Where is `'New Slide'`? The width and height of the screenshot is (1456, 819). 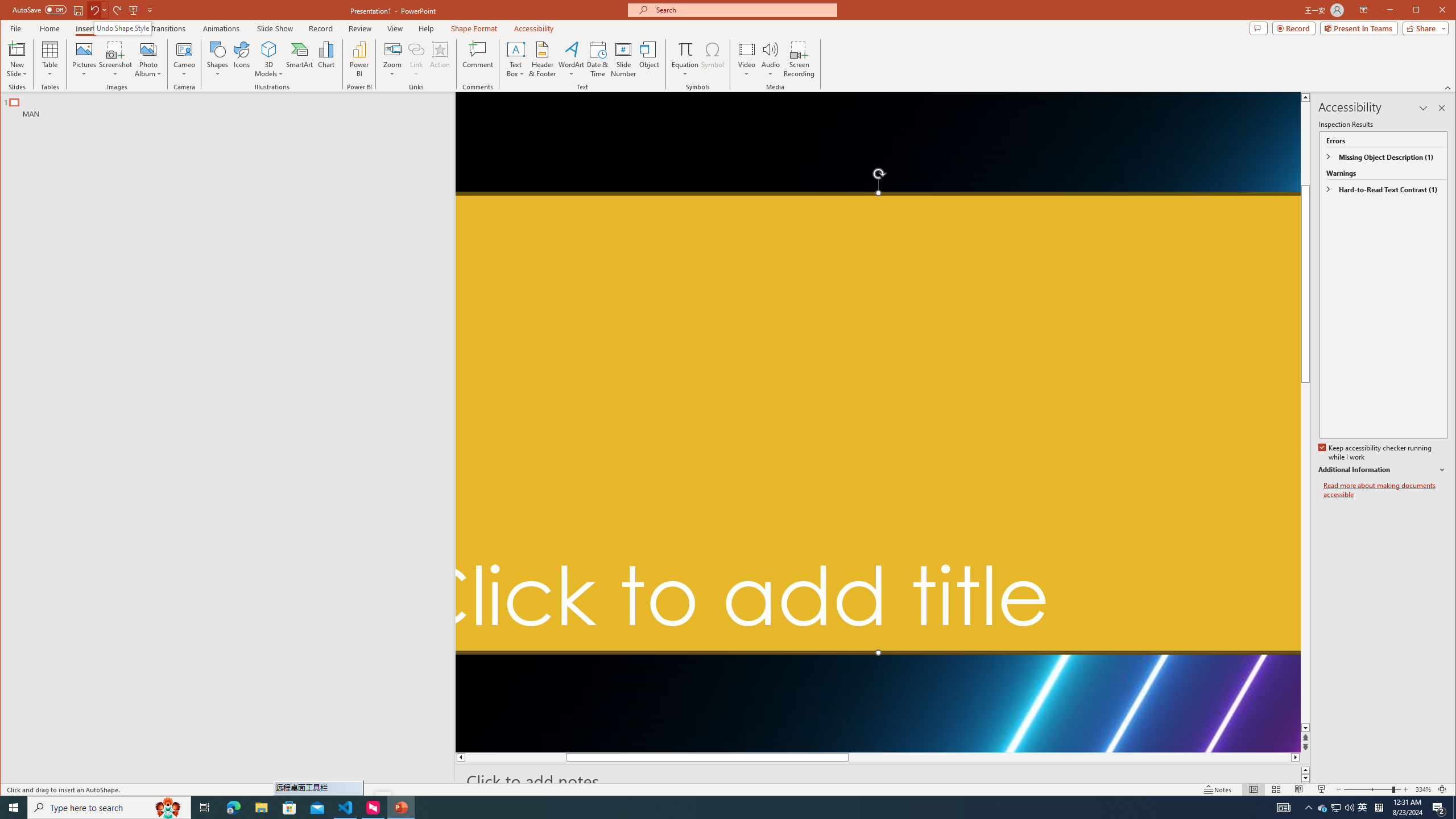
'New Slide' is located at coordinates (16, 59).